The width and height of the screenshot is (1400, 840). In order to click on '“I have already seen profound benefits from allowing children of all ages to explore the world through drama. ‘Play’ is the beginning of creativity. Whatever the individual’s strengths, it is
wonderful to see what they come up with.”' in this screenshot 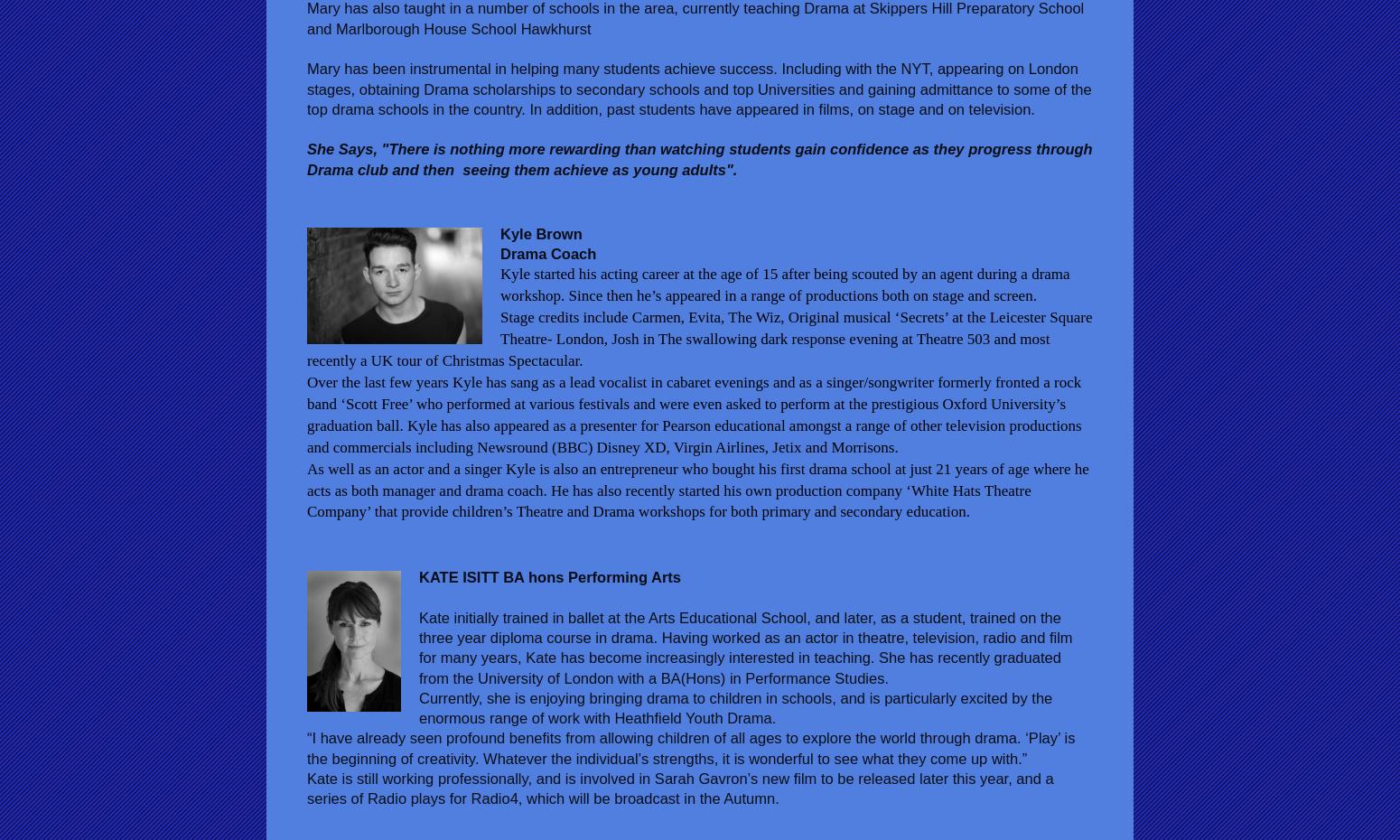, I will do `click(690, 746)`.